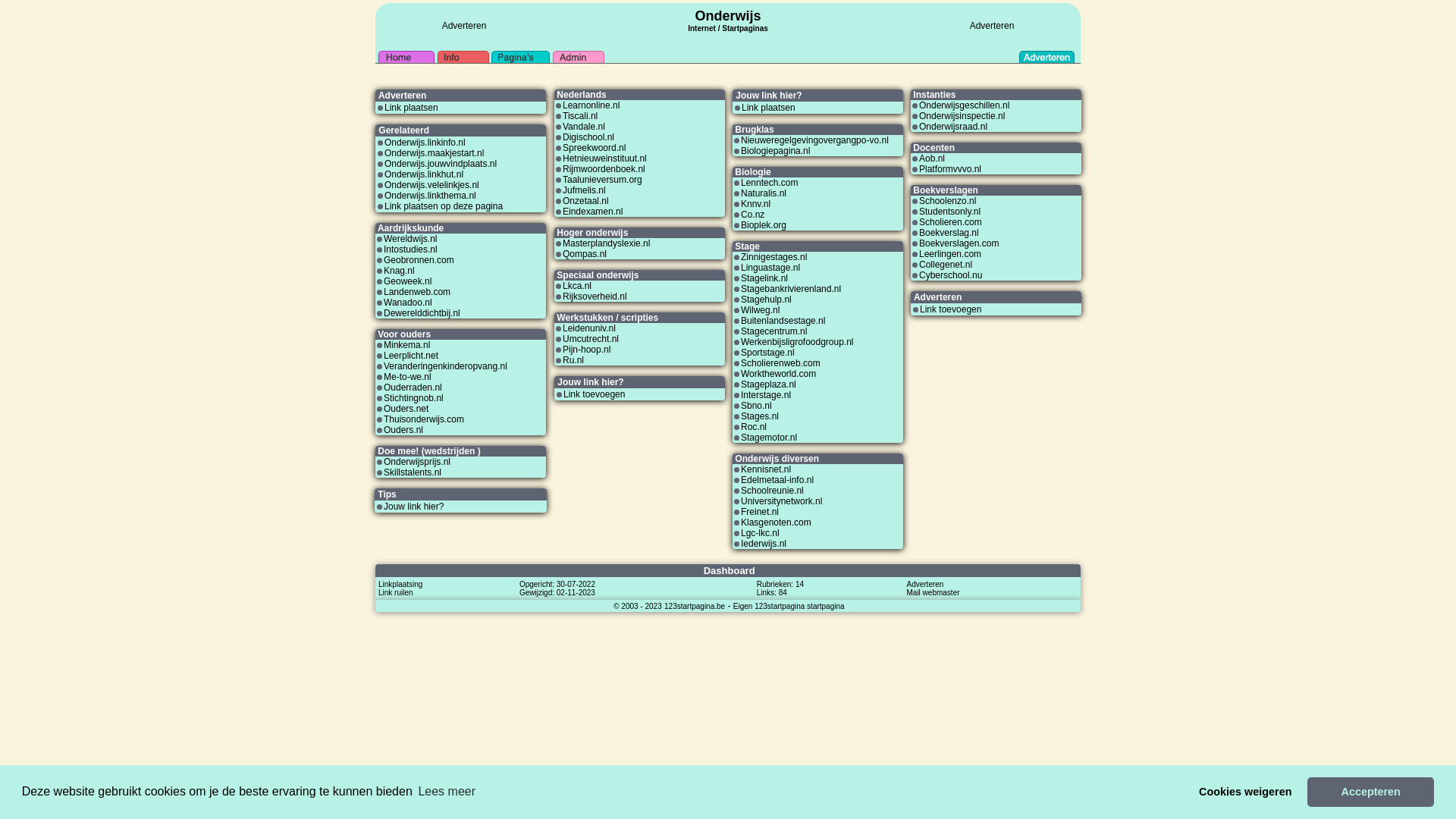 This screenshot has height=819, width=1456. Describe the element at coordinates (770, 267) in the screenshot. I see `'Linguastage.nl'` at that location.